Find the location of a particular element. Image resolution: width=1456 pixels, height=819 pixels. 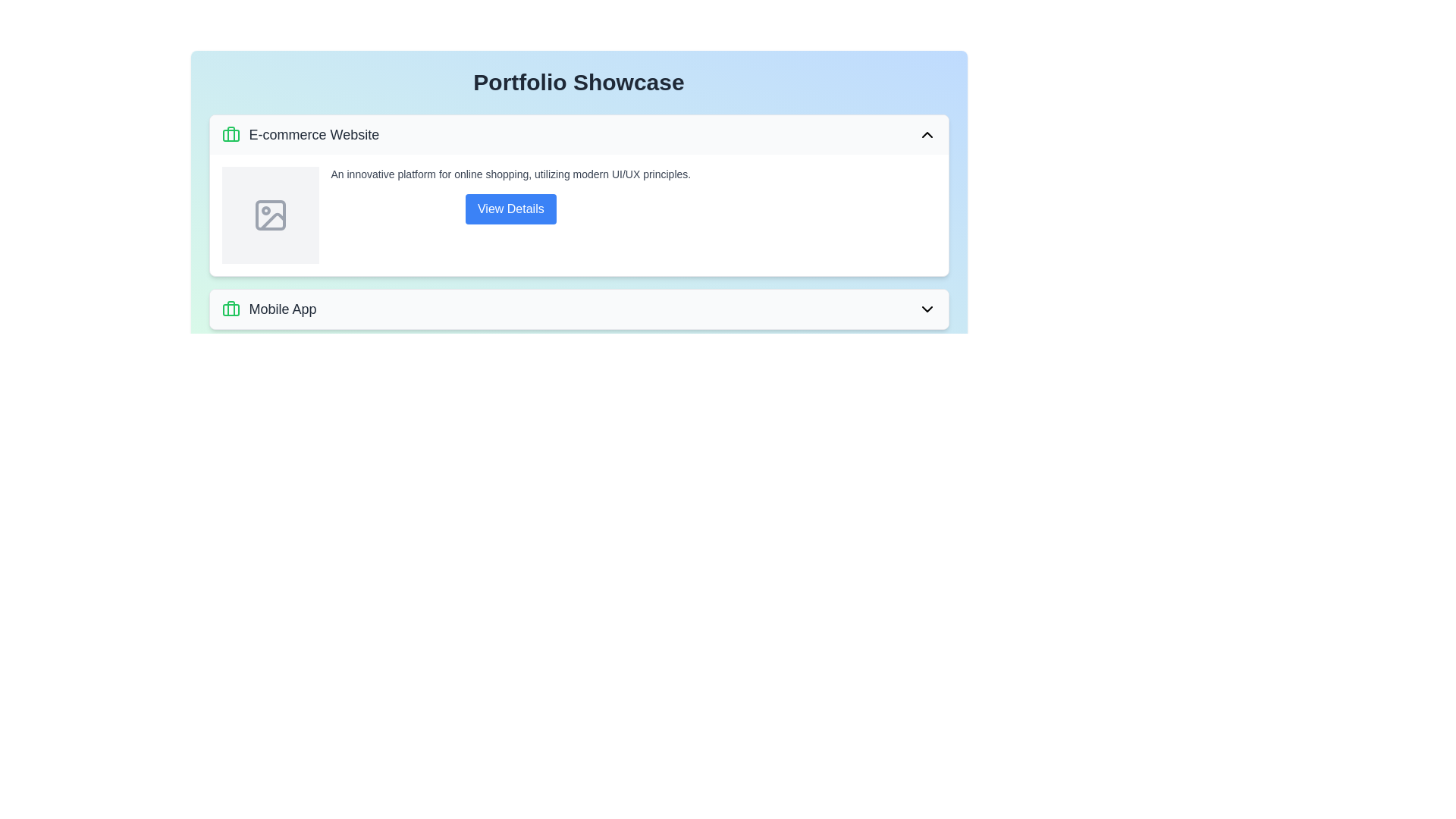

the 'Mobile App' menu item which consists of a green briefcase icon on the left and the text styled in dark gray on the right is located at coordinates (269, 309).